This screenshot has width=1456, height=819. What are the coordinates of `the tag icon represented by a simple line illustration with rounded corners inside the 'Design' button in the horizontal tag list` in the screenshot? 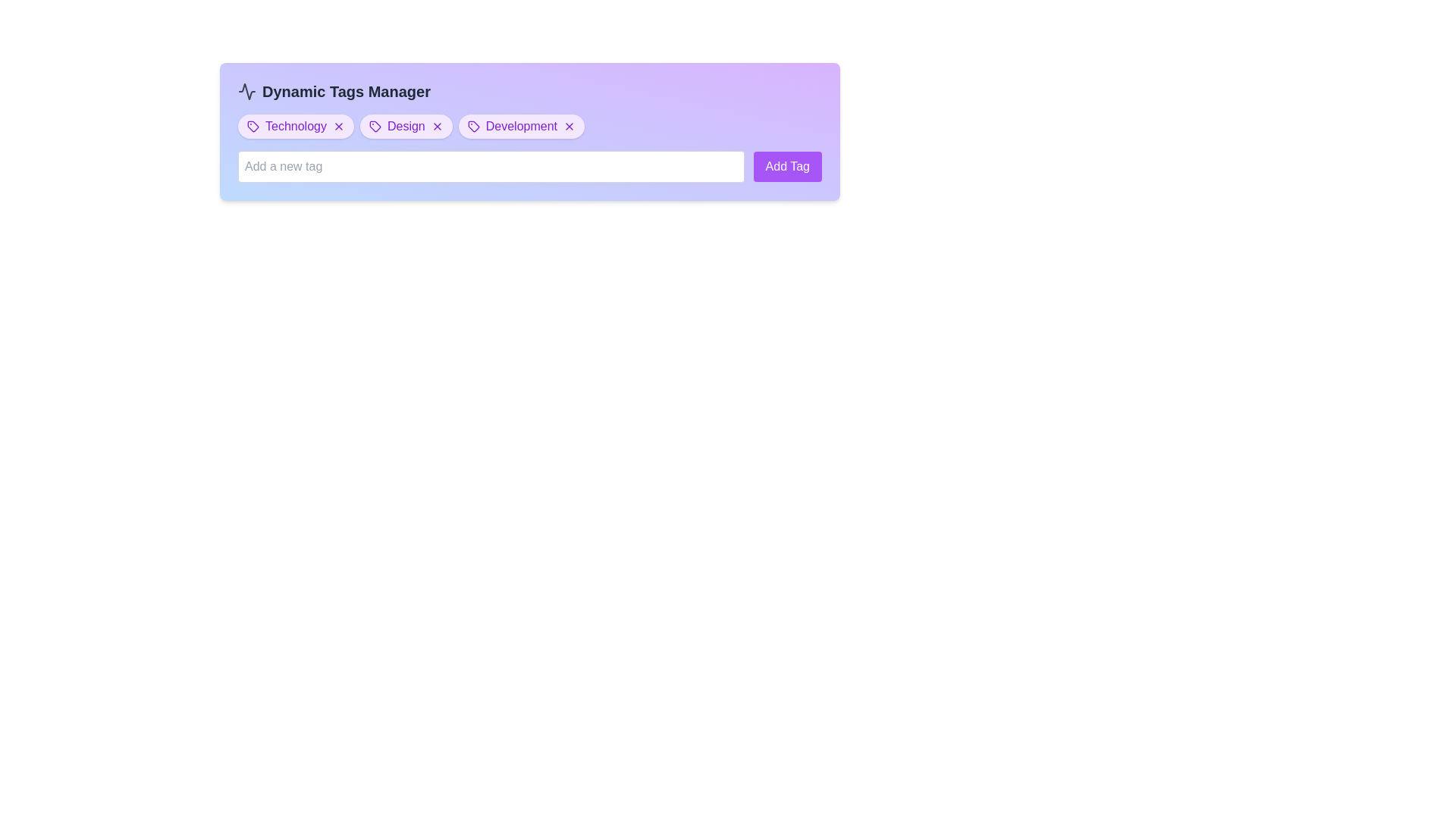 It's located at (375, 125).